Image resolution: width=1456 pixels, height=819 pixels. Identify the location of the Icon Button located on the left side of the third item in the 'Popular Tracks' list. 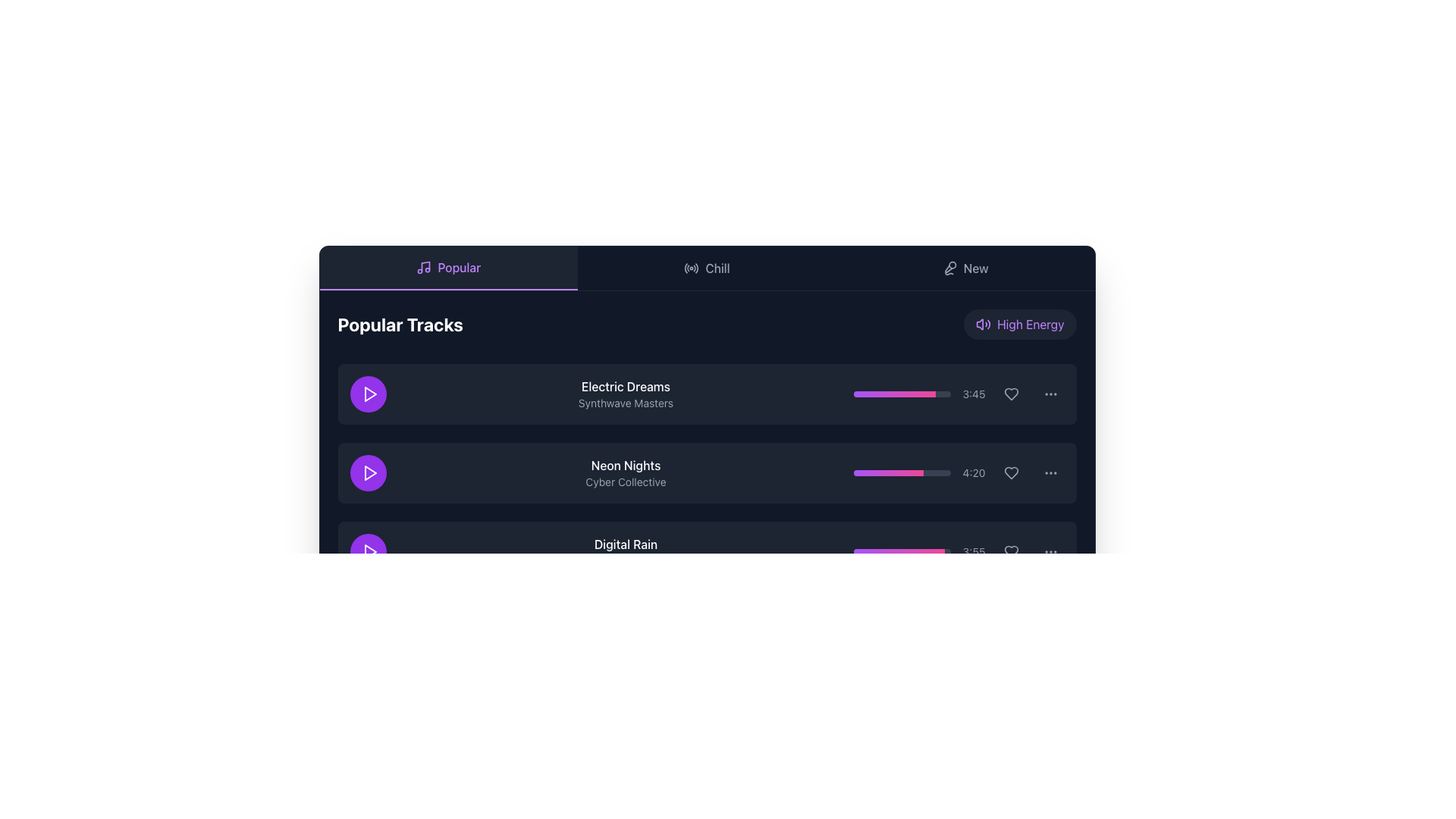
(369, 552).